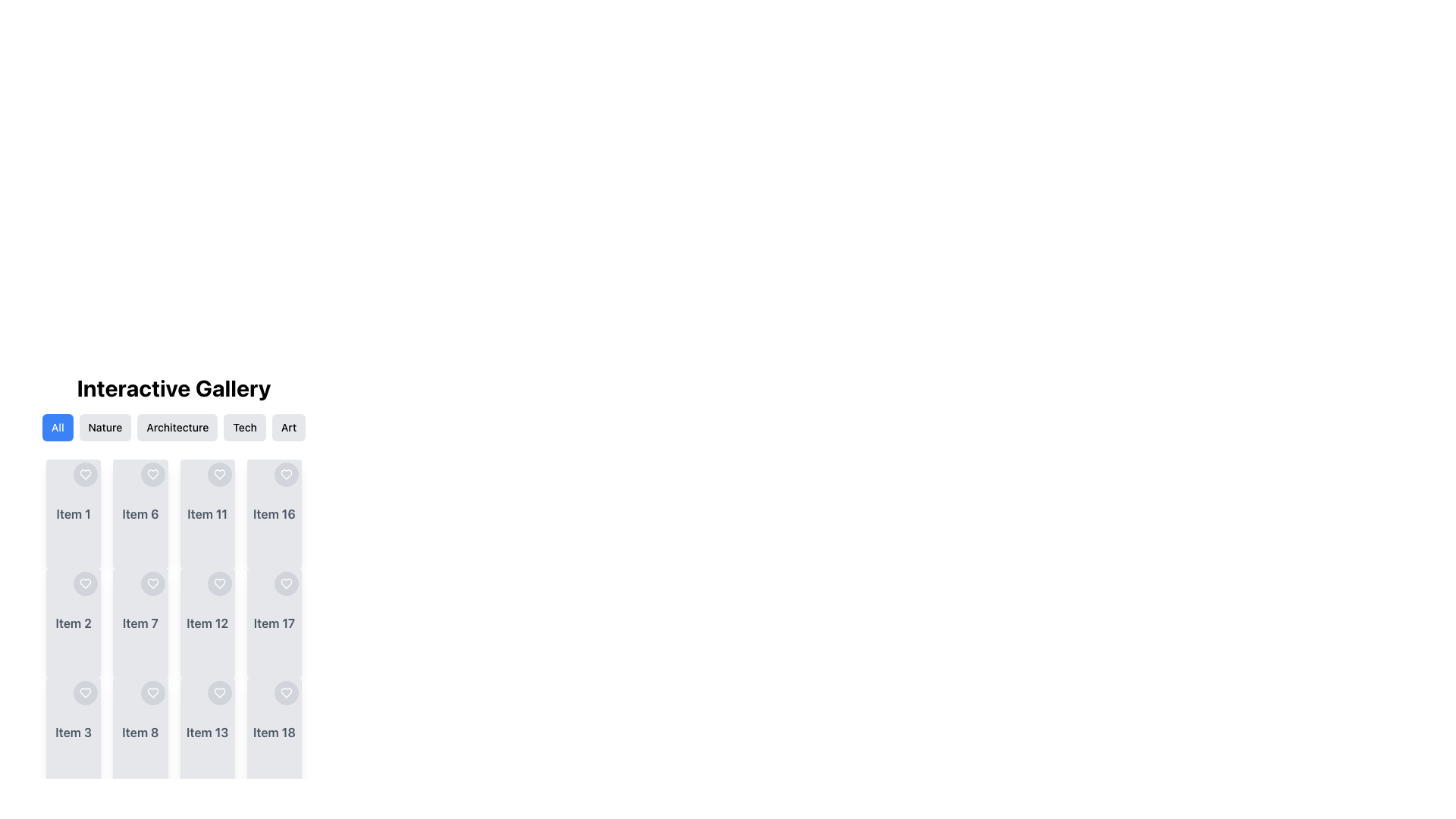  What do you see at coordinates (206, 623) in the screenshot?
I see `the text label 'Item 12' located in the third column and fourth row of the grid` at bounding box center [206, 623].